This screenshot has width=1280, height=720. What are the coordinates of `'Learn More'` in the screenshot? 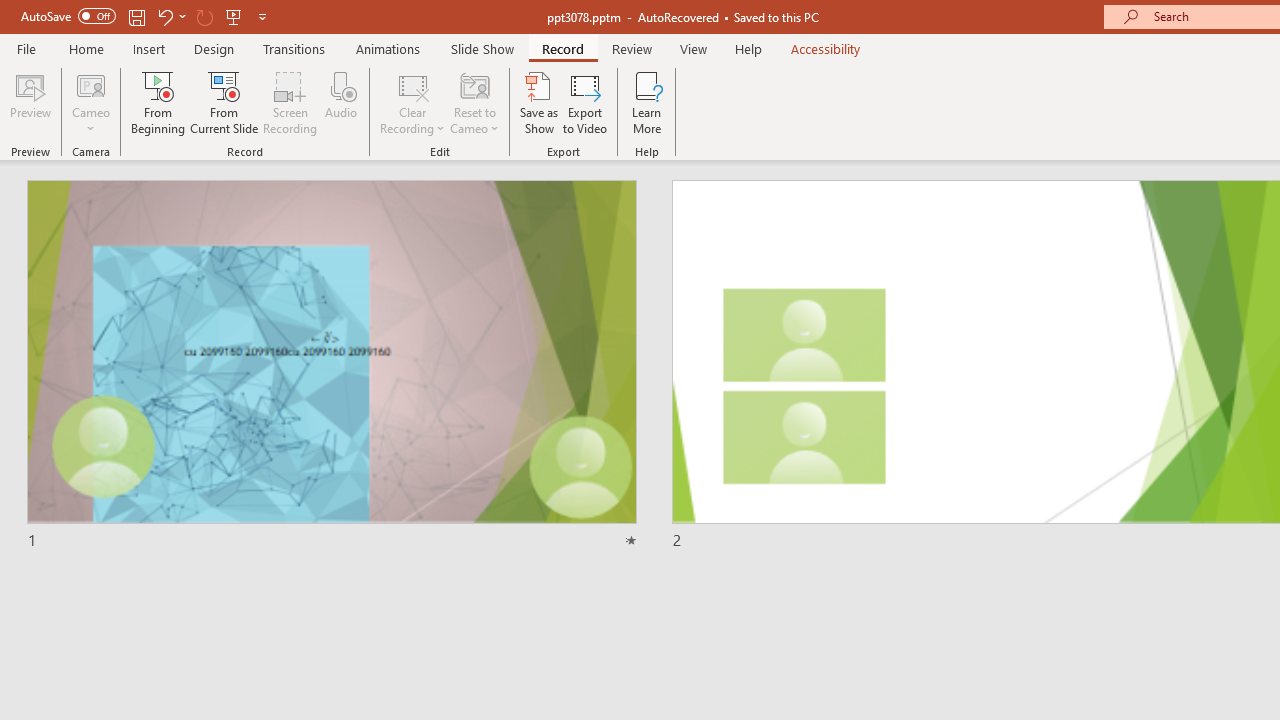 It's located at (647, 103).